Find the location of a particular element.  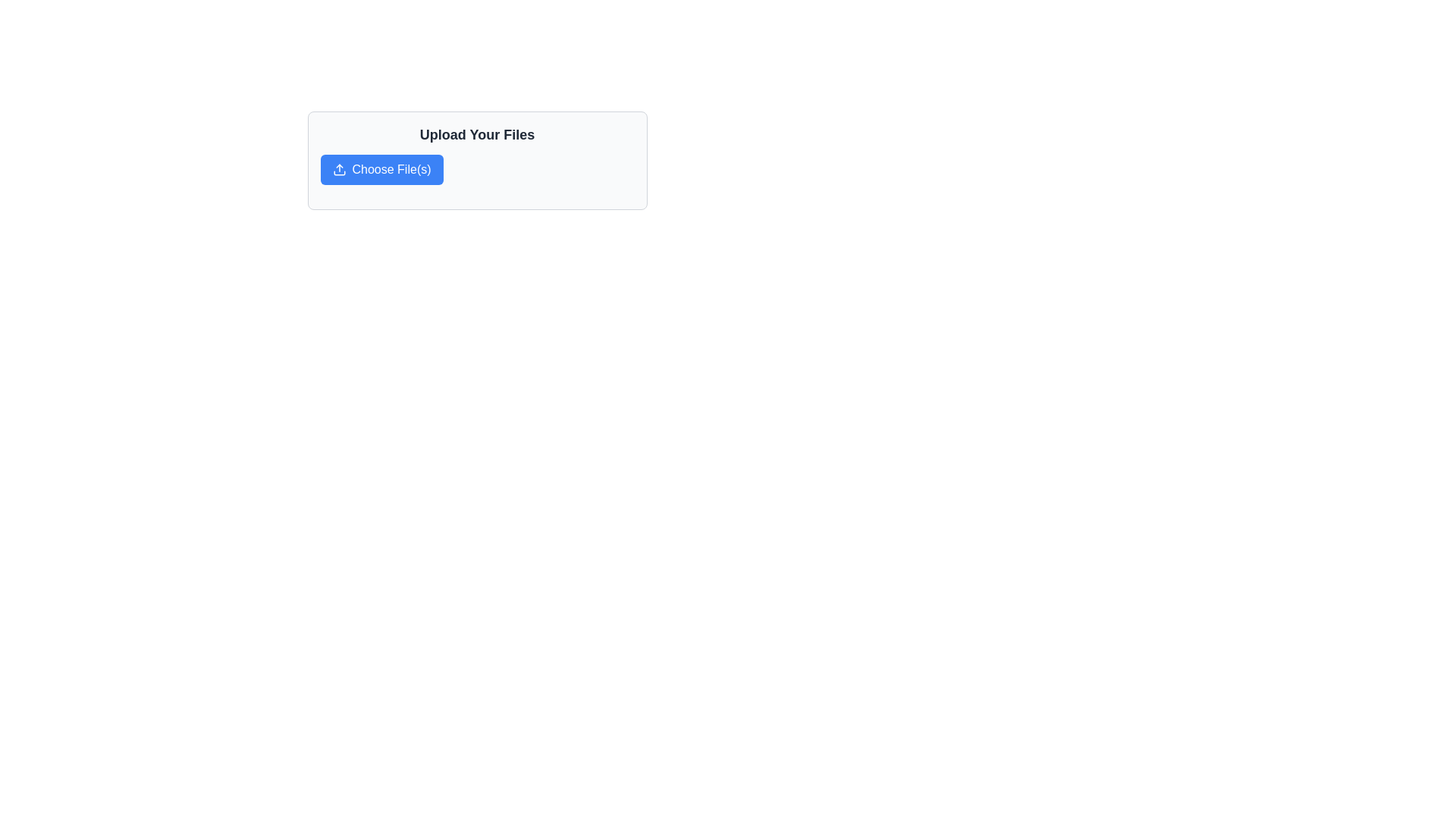

the heading labeled 'Upload Your Files', which is a bold, large black text displayed at the top of a white card with rounded corners is located at coordinates (476, 133).